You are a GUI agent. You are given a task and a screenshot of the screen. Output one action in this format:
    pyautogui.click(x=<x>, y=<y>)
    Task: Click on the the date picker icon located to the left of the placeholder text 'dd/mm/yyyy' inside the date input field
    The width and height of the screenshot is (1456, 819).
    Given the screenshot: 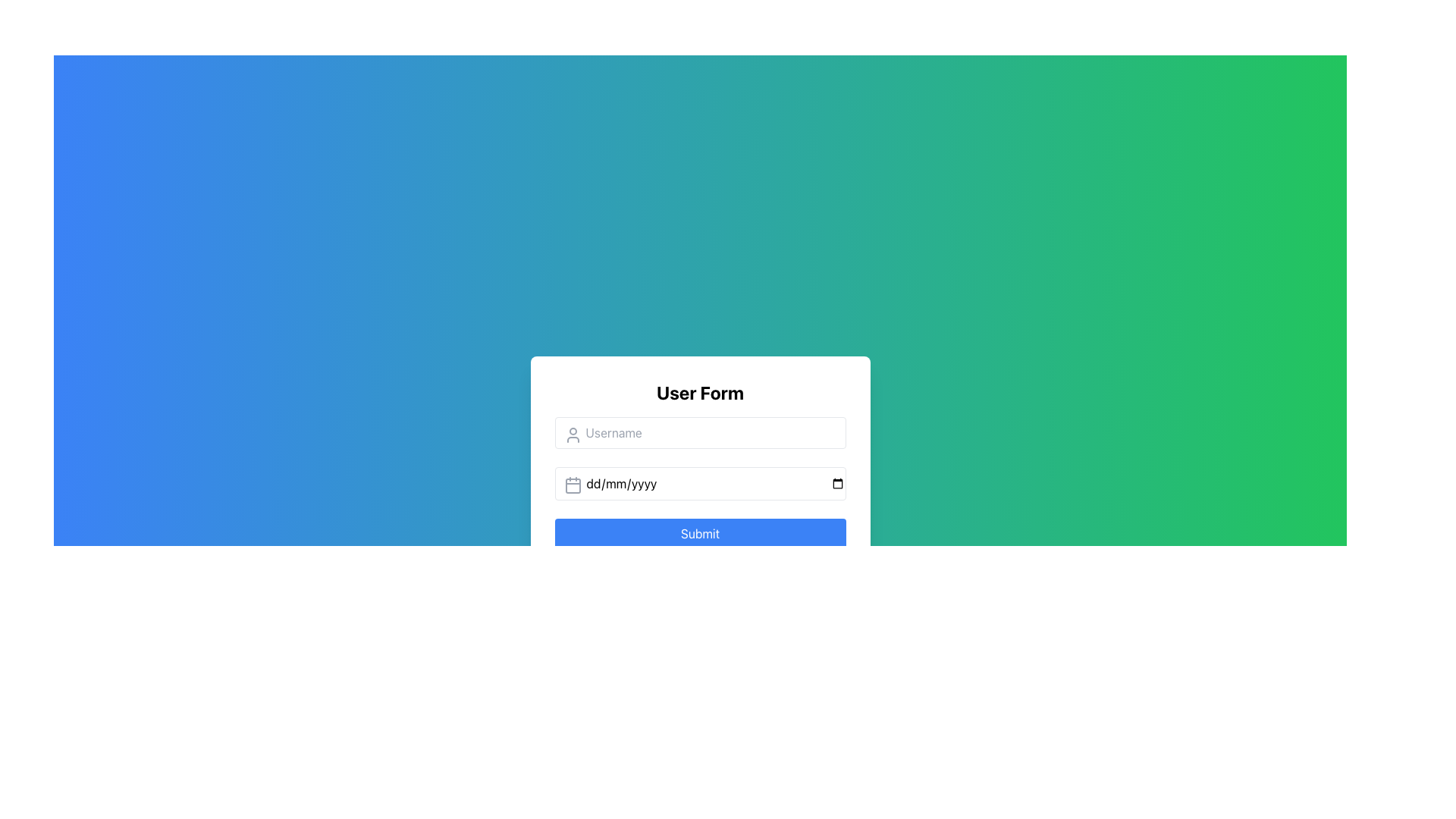 What is the action you would take?
    pyautogui.click(x=572, y=485)
    